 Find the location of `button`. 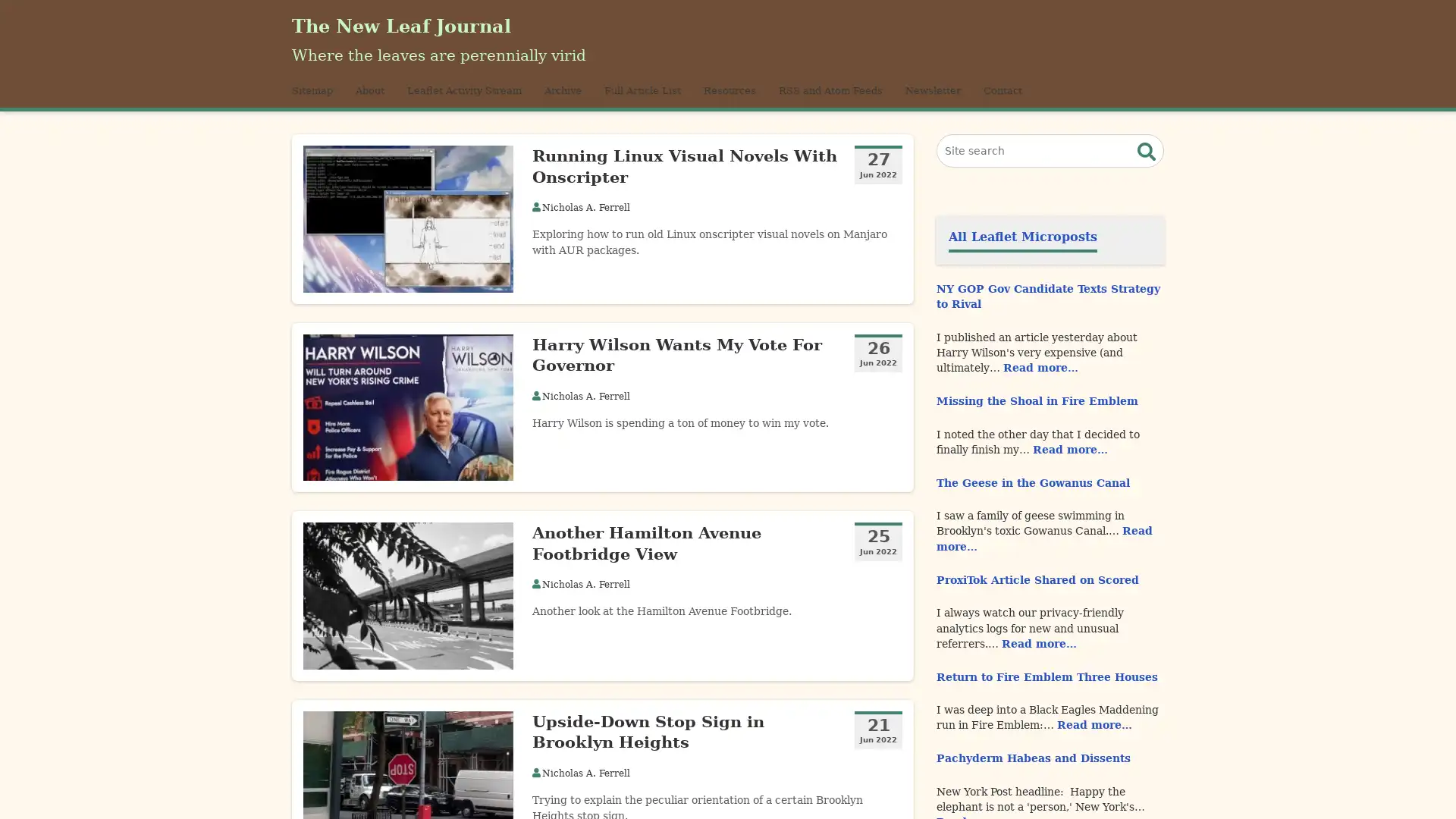

button is located at coordinates (1147, 168).